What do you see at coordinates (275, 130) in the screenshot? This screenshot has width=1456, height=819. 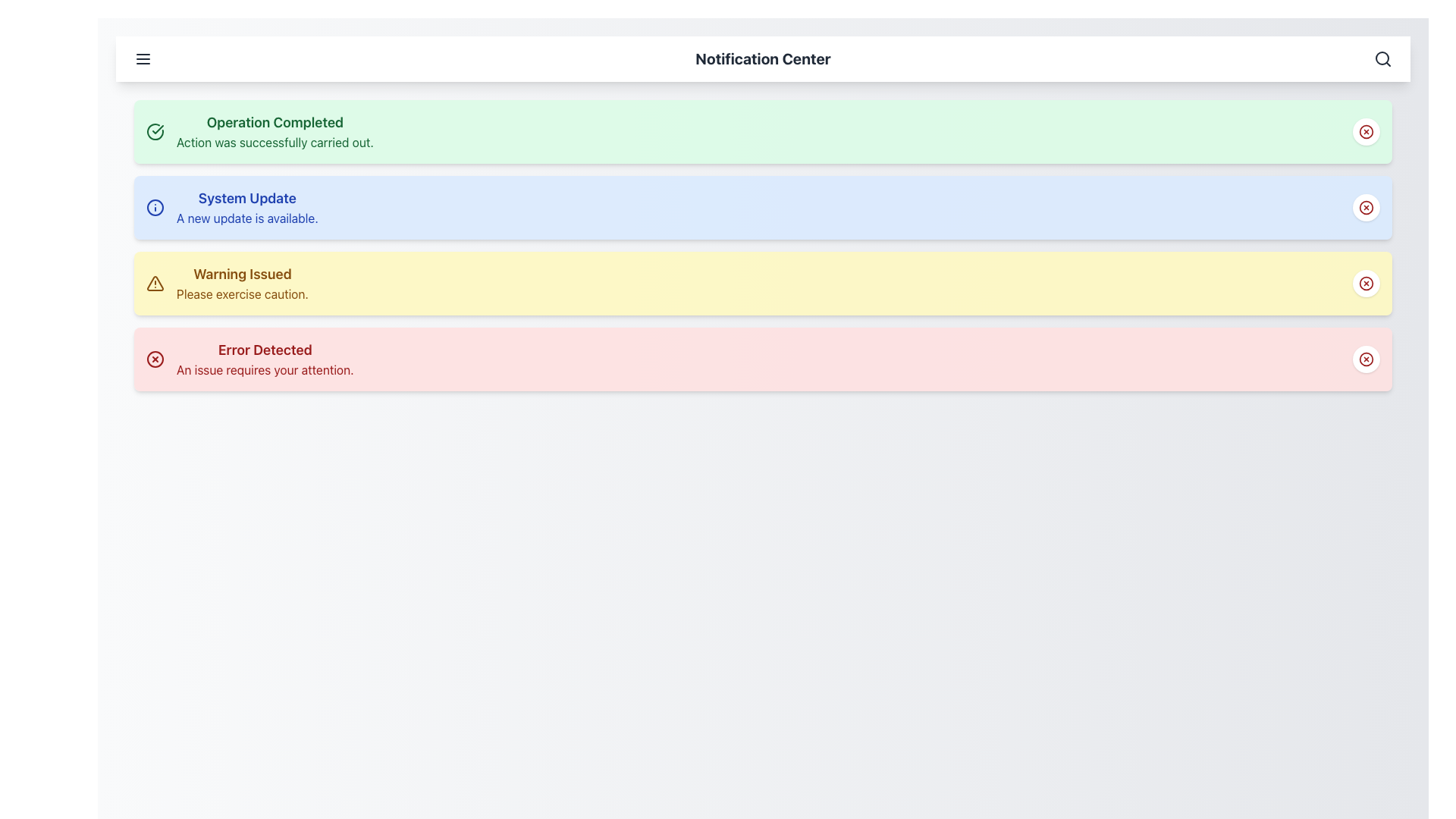 I see `the Notification Card located` at bounding box center [275, 130].